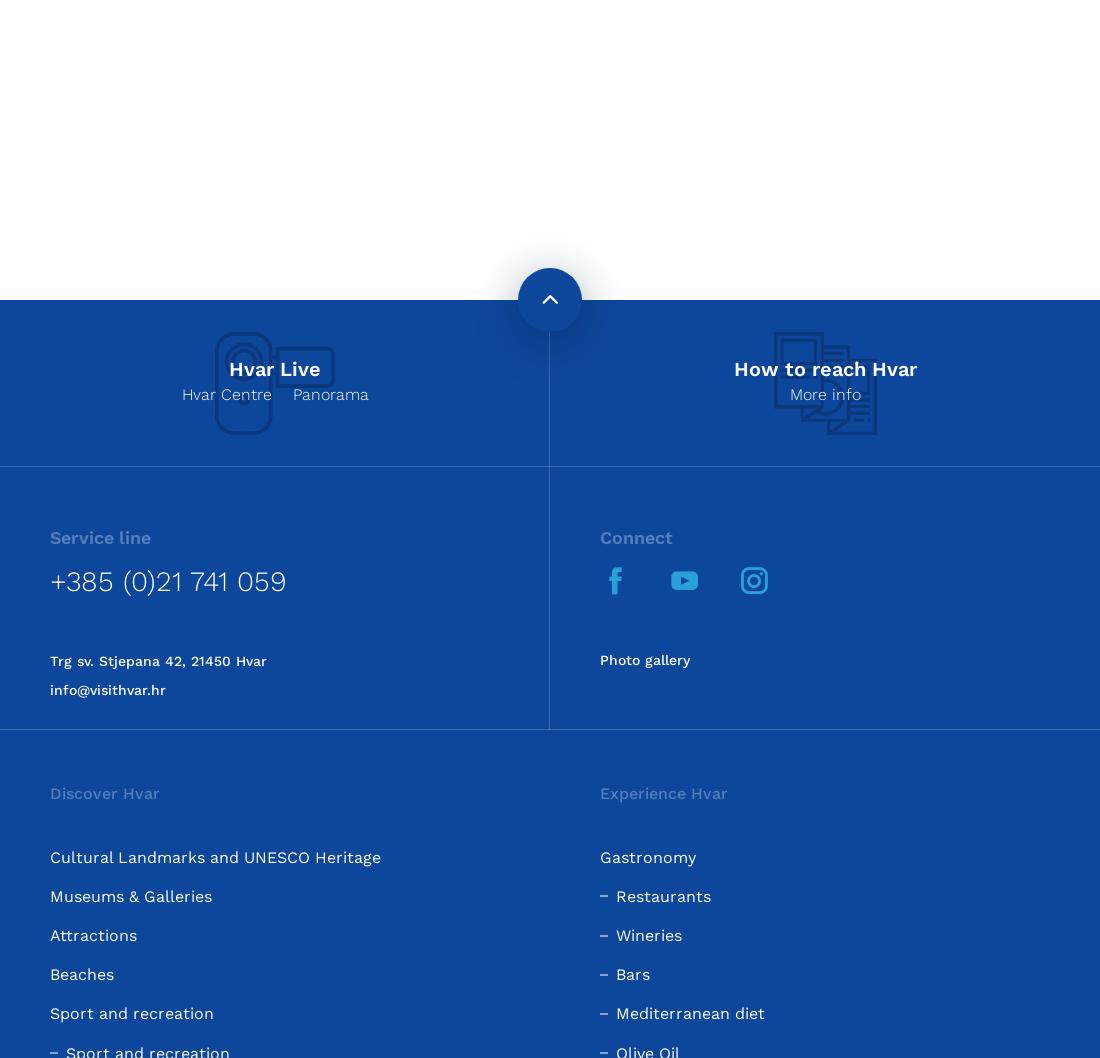 This screenshot has width=1100, height=1058. I want to click on 'Restaurants', so click(615, 895).